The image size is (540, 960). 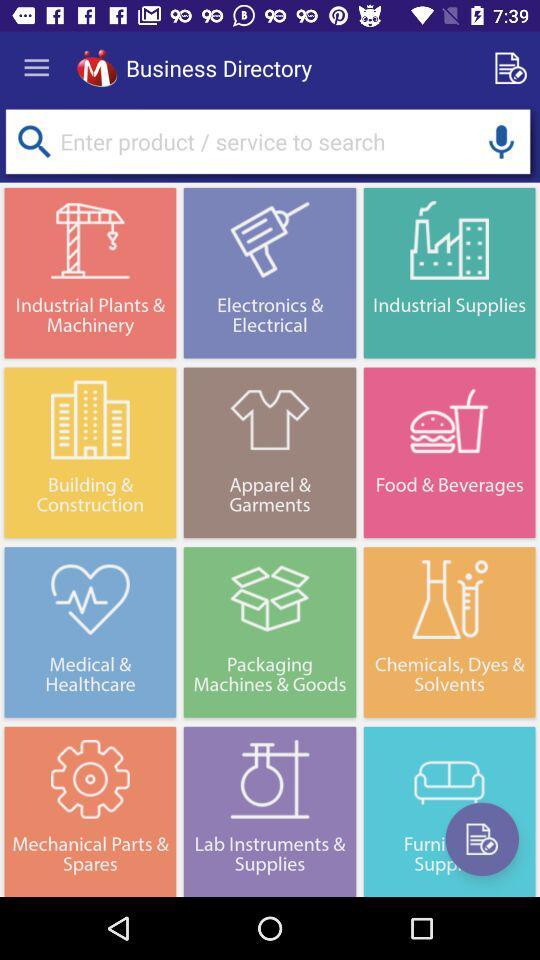 I want to click on the description icon, so click(x=481, y=839).